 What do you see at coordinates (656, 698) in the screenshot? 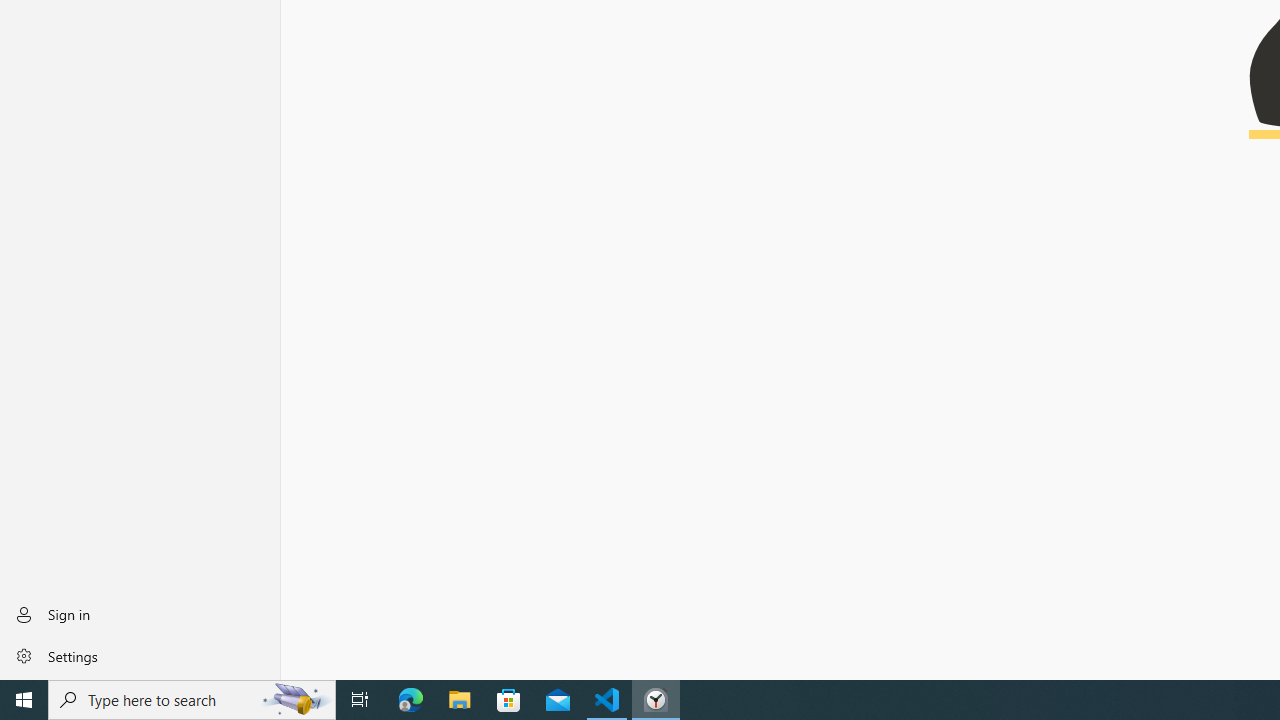
I see `'Clock - 1 running window'` at bounding box center [656, 698].